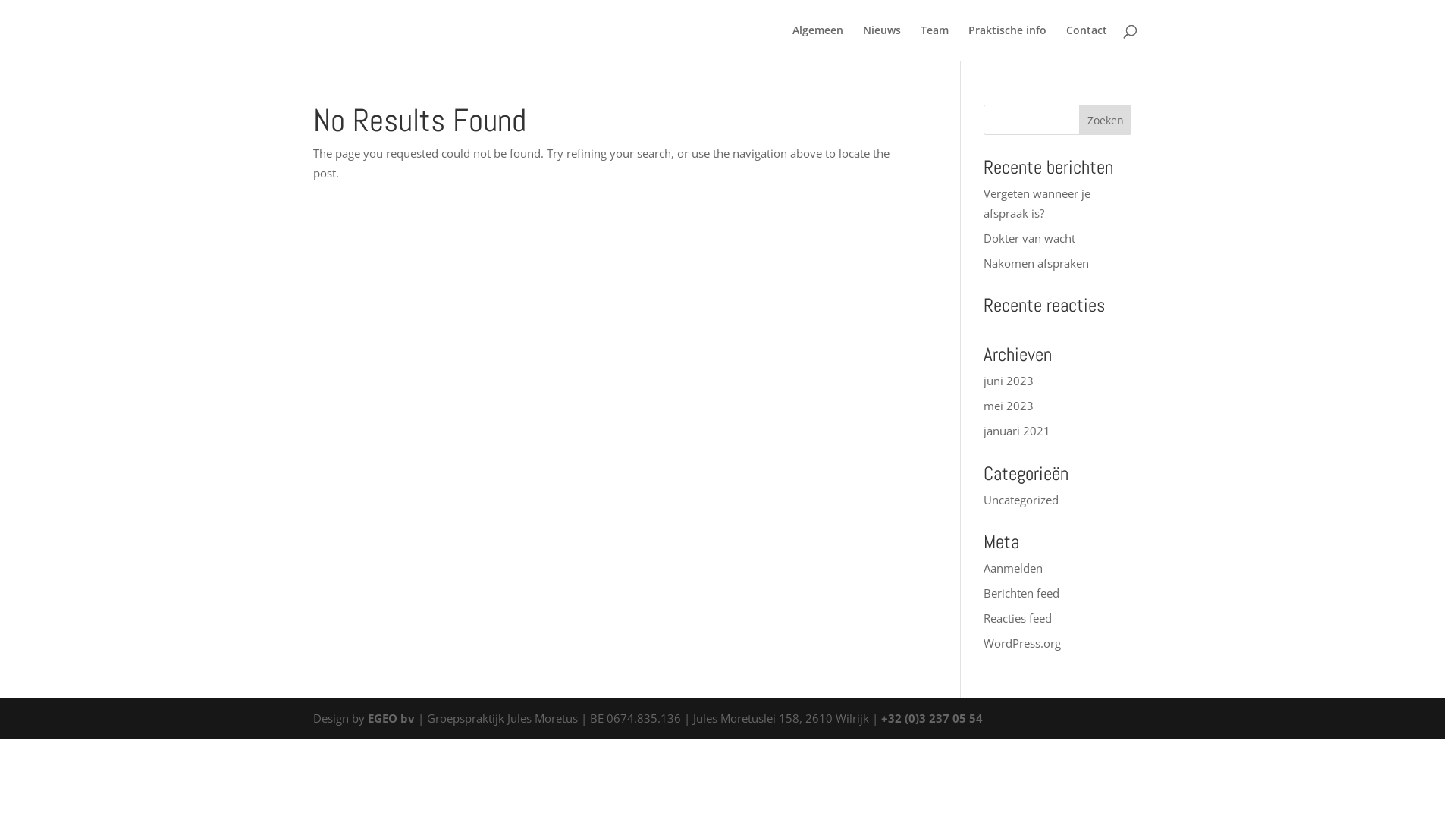  What do you see at coordinates (983, 567) in the screenshot?
I see `'Aanmelden'` at bounding box center [983, 567].